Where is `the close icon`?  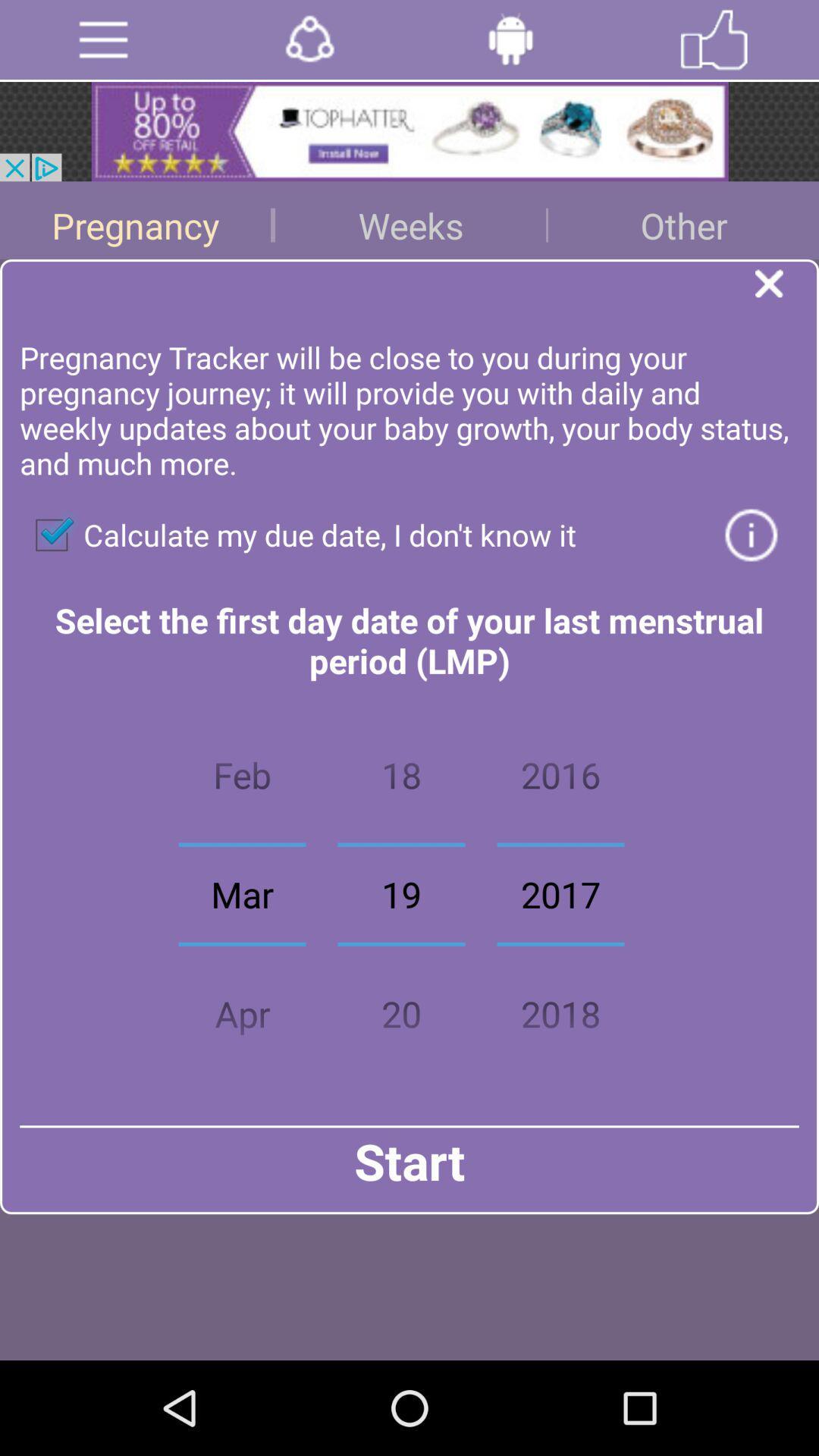 the close icon is located at coordinates (786, 308).